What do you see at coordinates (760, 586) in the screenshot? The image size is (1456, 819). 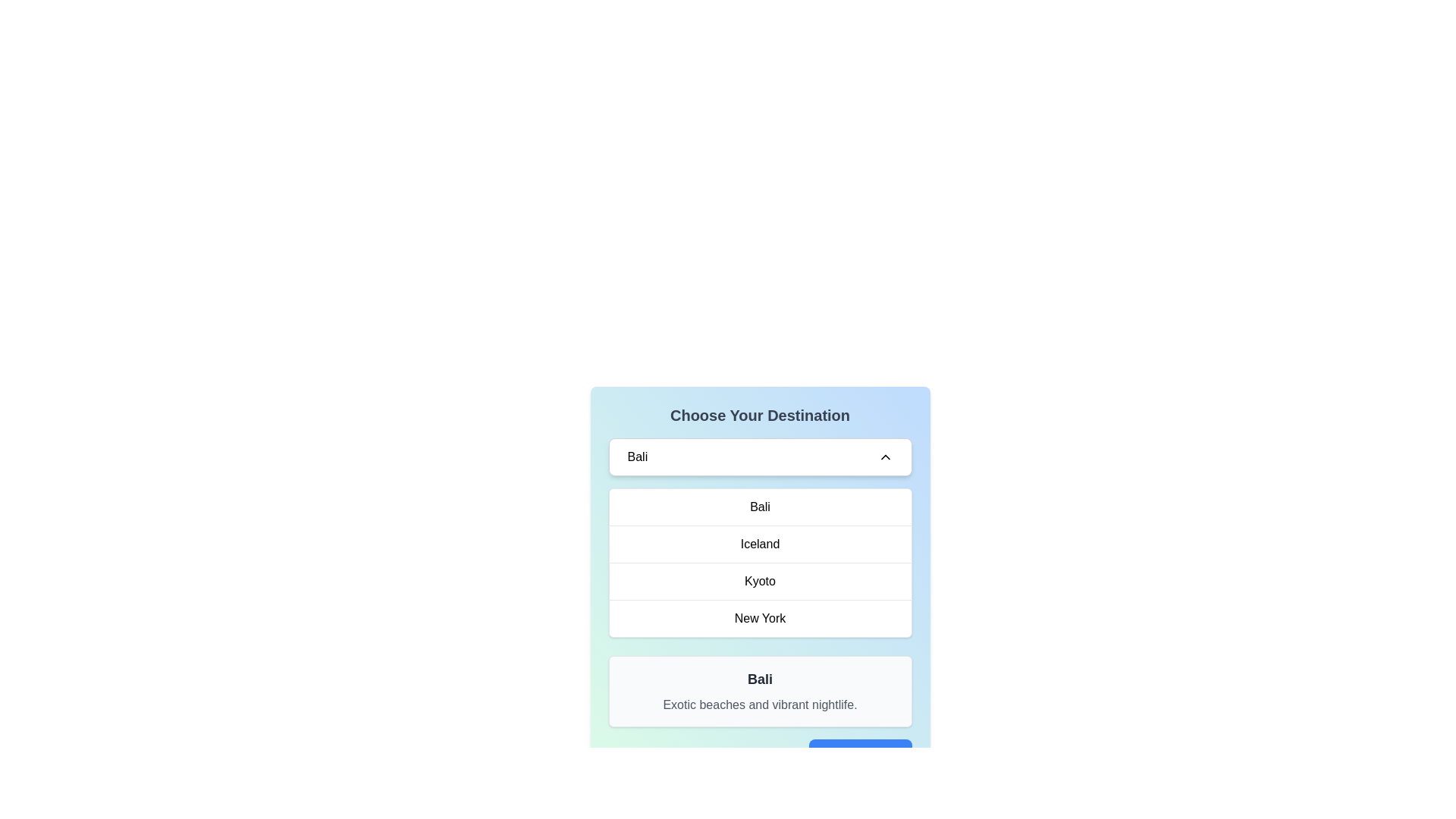 I see `the third option in the dropdown list labeled 'Choose Your Destination'` at bounding box center [760, 586].